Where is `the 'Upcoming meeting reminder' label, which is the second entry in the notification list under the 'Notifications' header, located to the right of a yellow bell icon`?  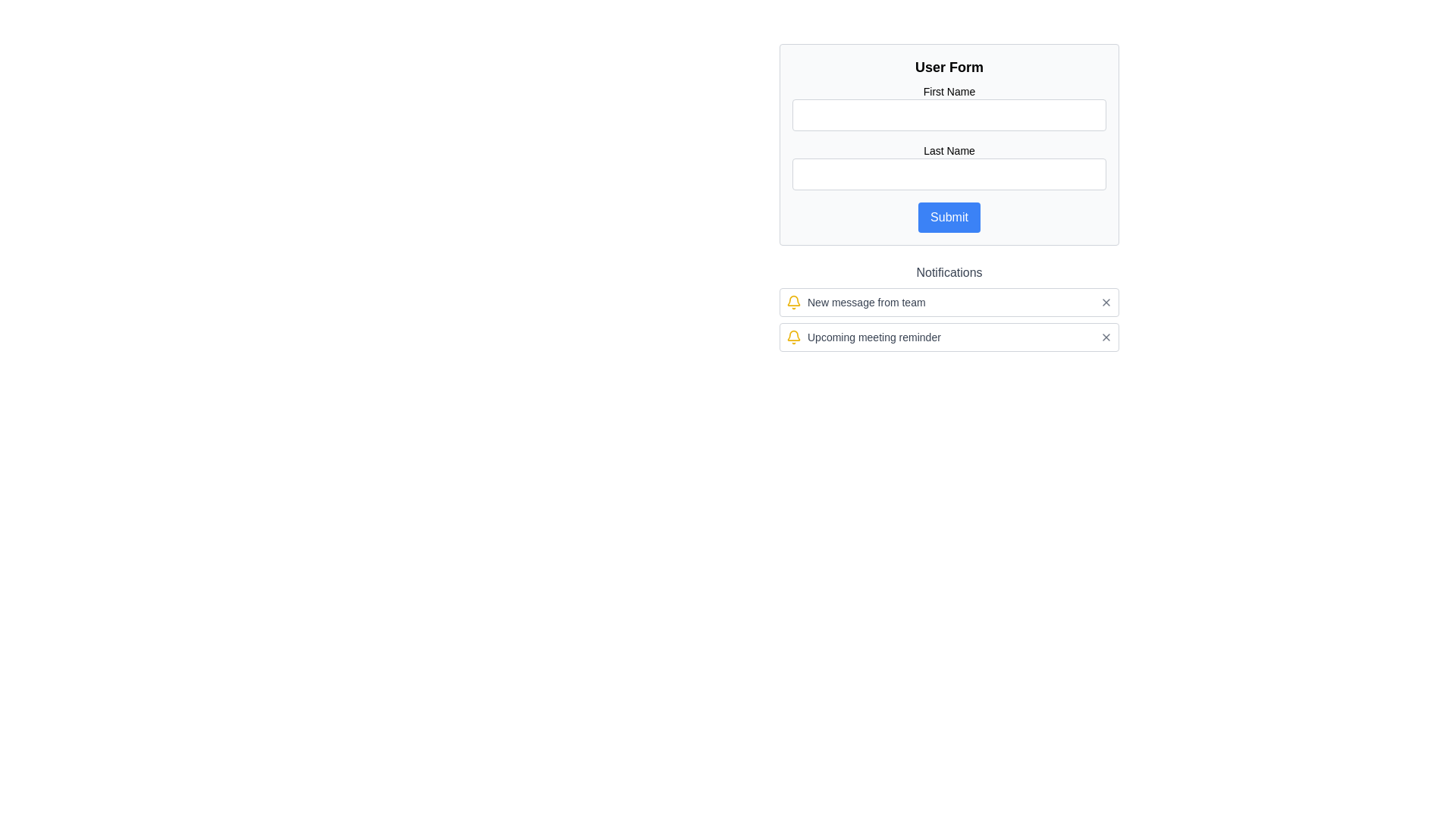 the 'Upcoming meeting reminder' label, which is the second entry in the notification list under the 'Notifications' header, located to the right of a yellow bell icon is located at coordinates (874, 336).